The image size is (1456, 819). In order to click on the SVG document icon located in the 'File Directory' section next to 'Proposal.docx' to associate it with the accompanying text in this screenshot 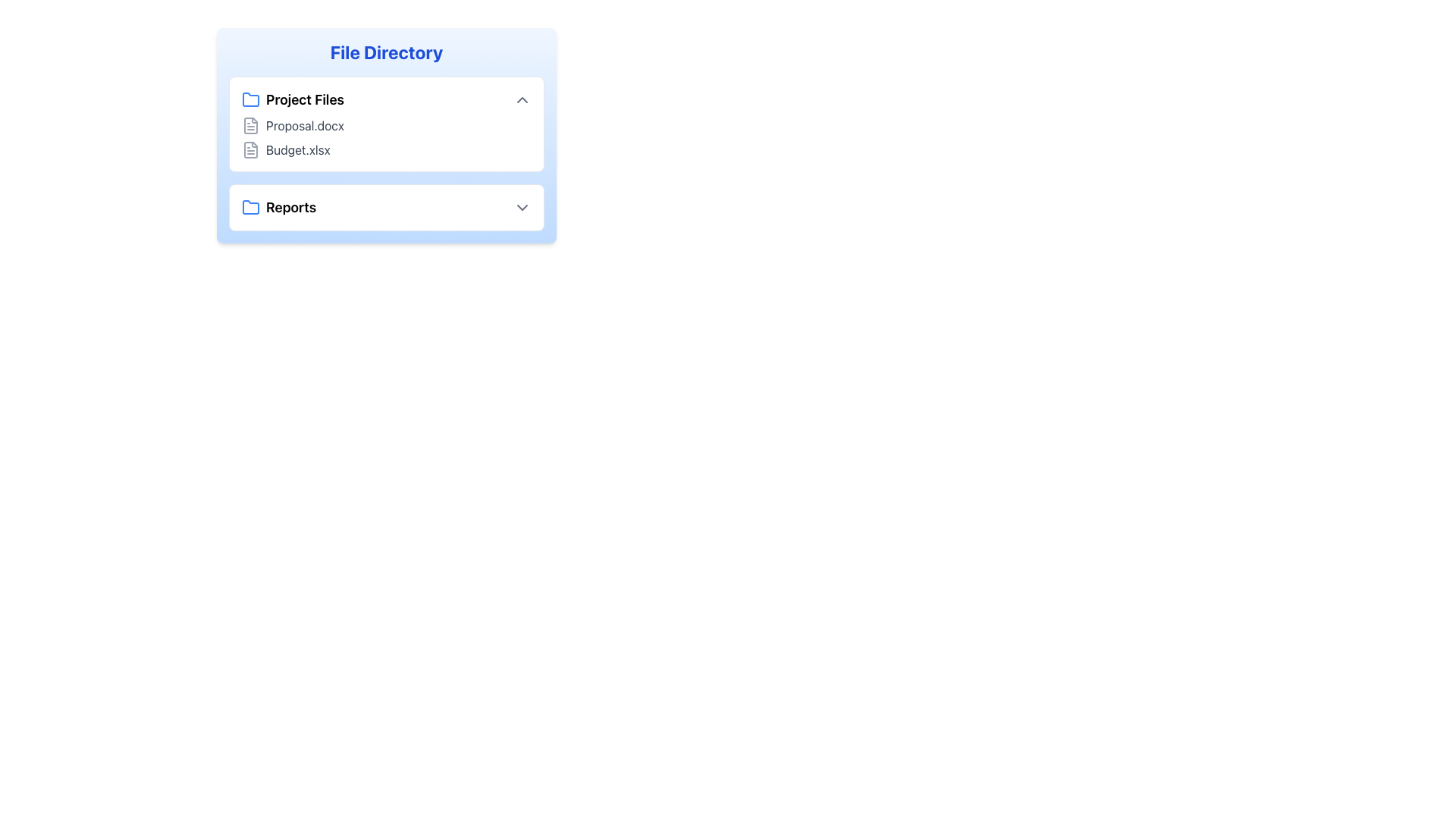, I will do `click(251, 124)`.